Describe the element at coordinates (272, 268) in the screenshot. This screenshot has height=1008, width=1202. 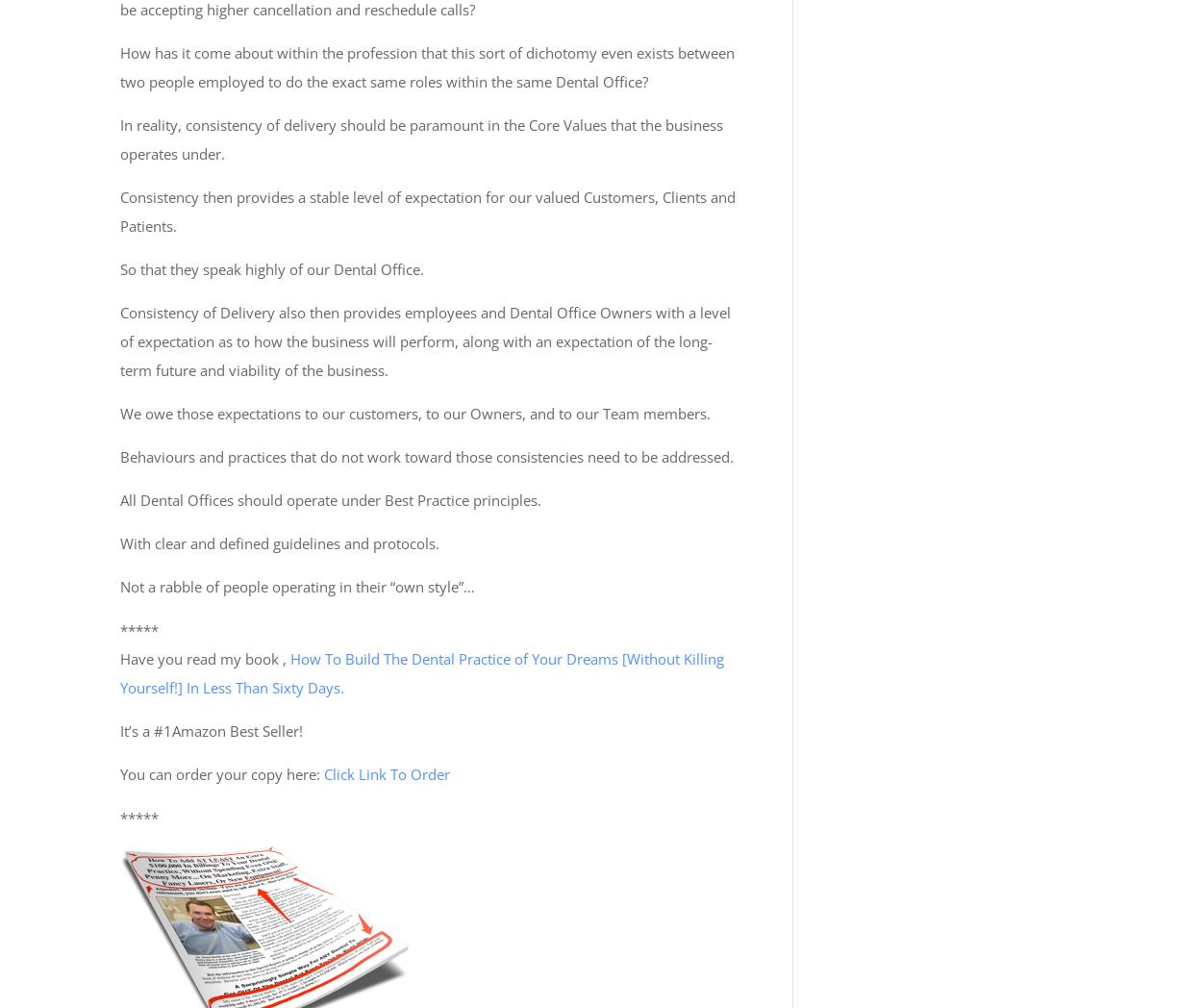
I see `'So that they speak highly of our Dental Office.'` at that location.